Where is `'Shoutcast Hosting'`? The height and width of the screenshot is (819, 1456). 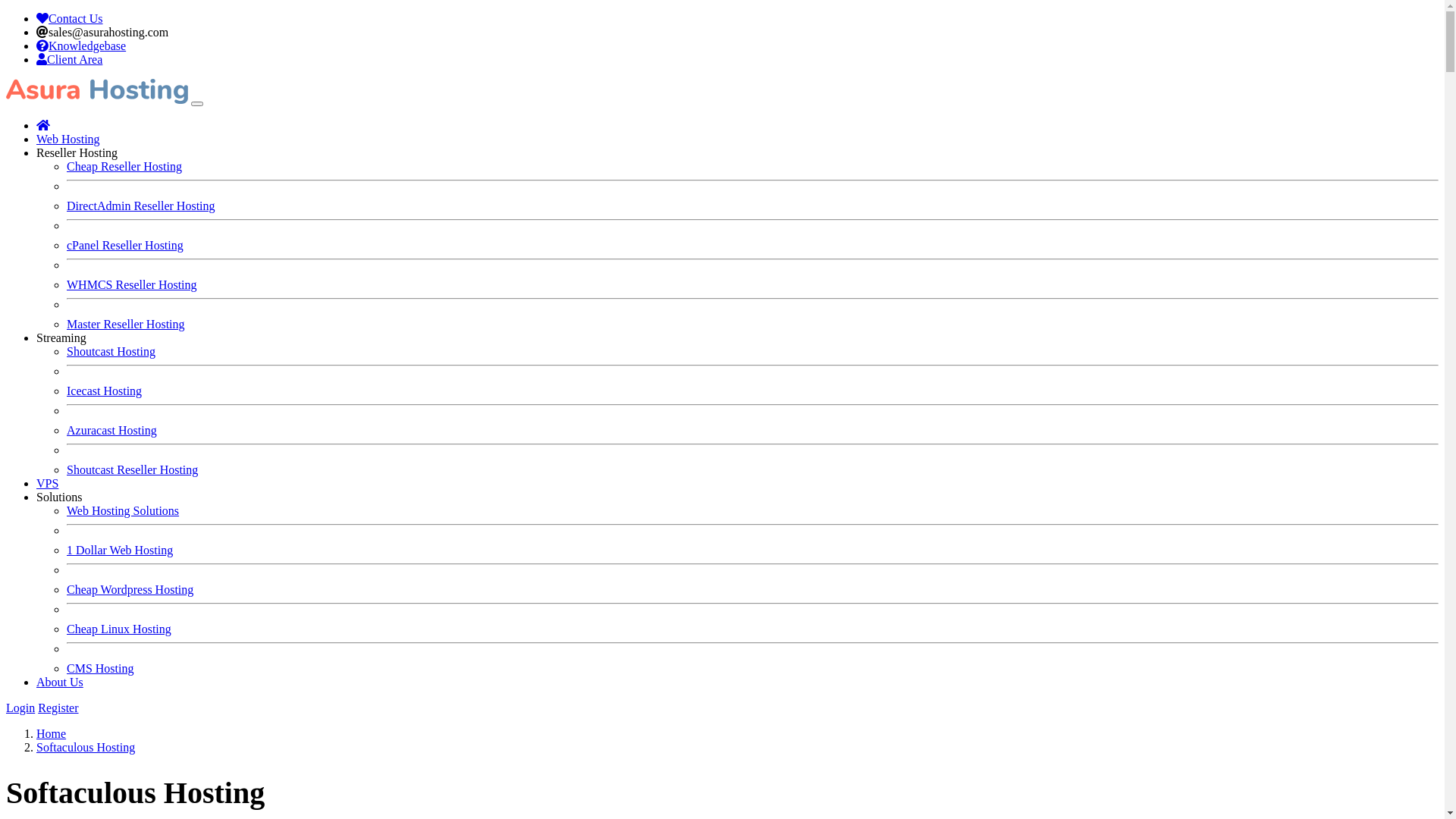
'Shoutcast Hosting' is located at coordinates (110, 351).